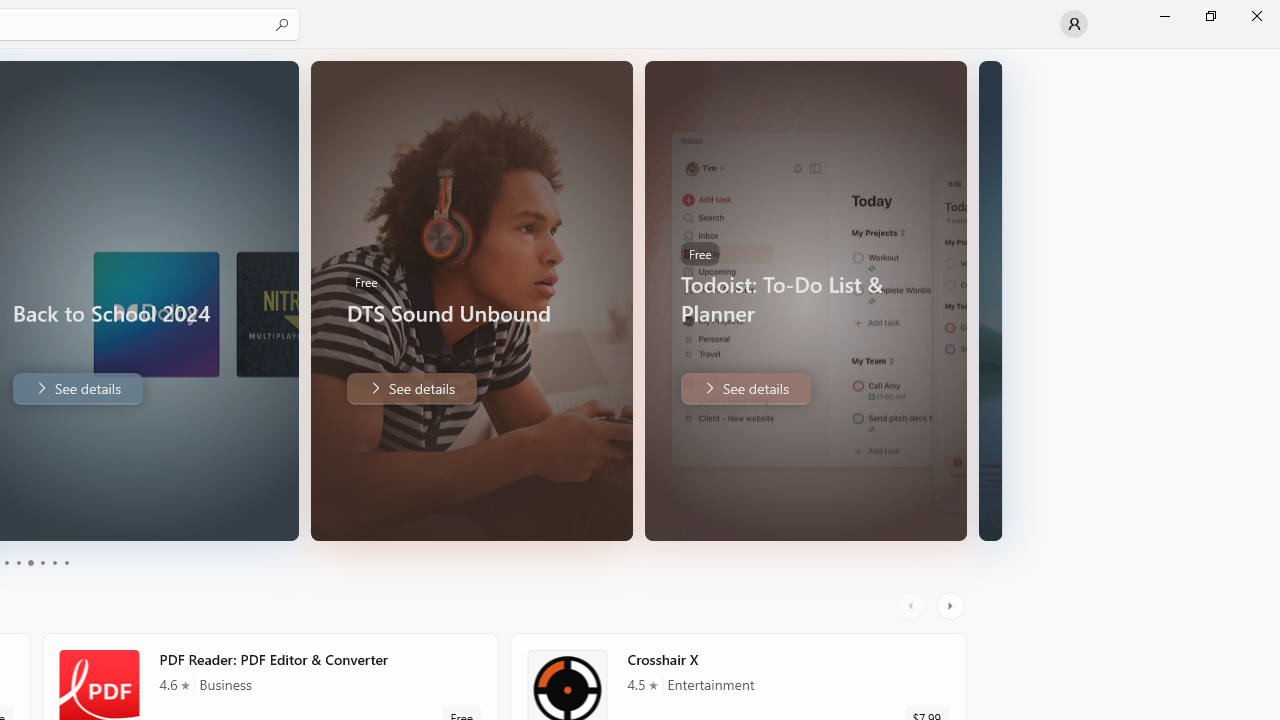  What do you see at coordinates (1209, 15) in the screenshot?
I see `'Restore Microsoft Store'` at bounding box center [1209, 15].